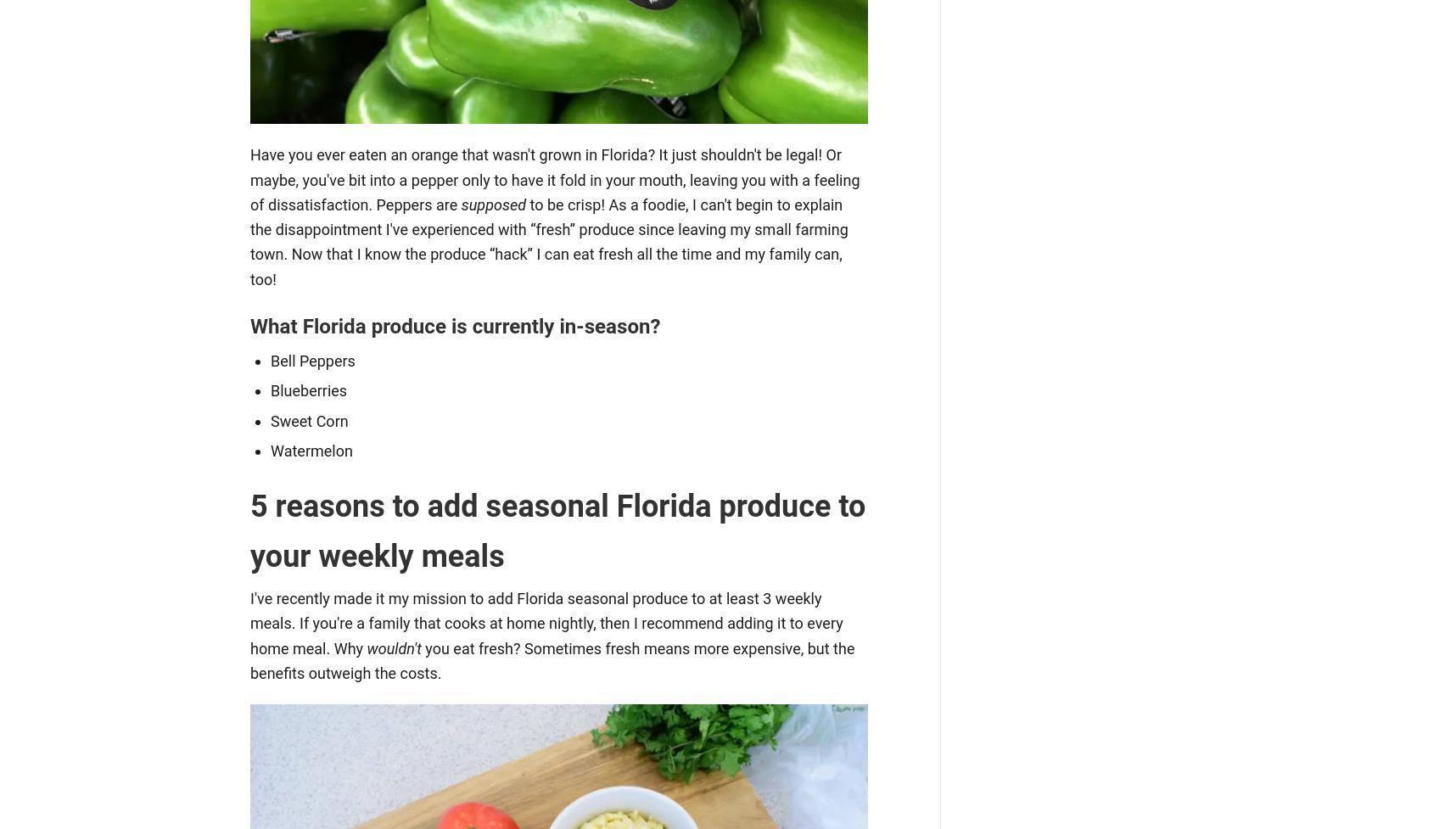 The height and width of the screenshot is (829, 1456). What do you see at coordinates (552, 659) in the screenshot?
I see `'you eat fresh? Sometimes fresh means more expensive, but the benefits outweigh the costs.'` at bounding box center [552, 659].